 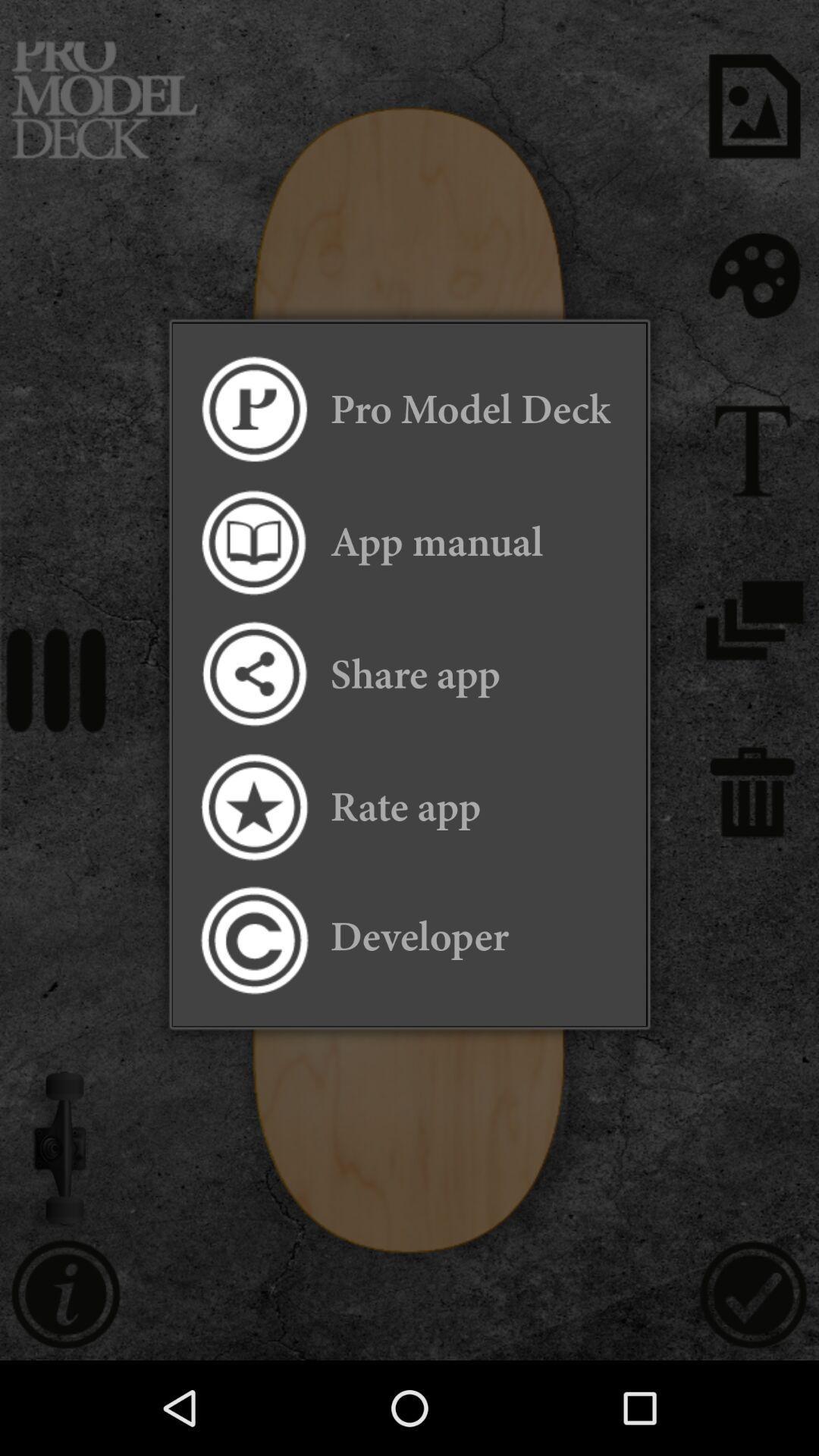 What do you see at coordinates (253, 542) in the screenshot?
I see `read how the app works` at bounding box center [253, 542].